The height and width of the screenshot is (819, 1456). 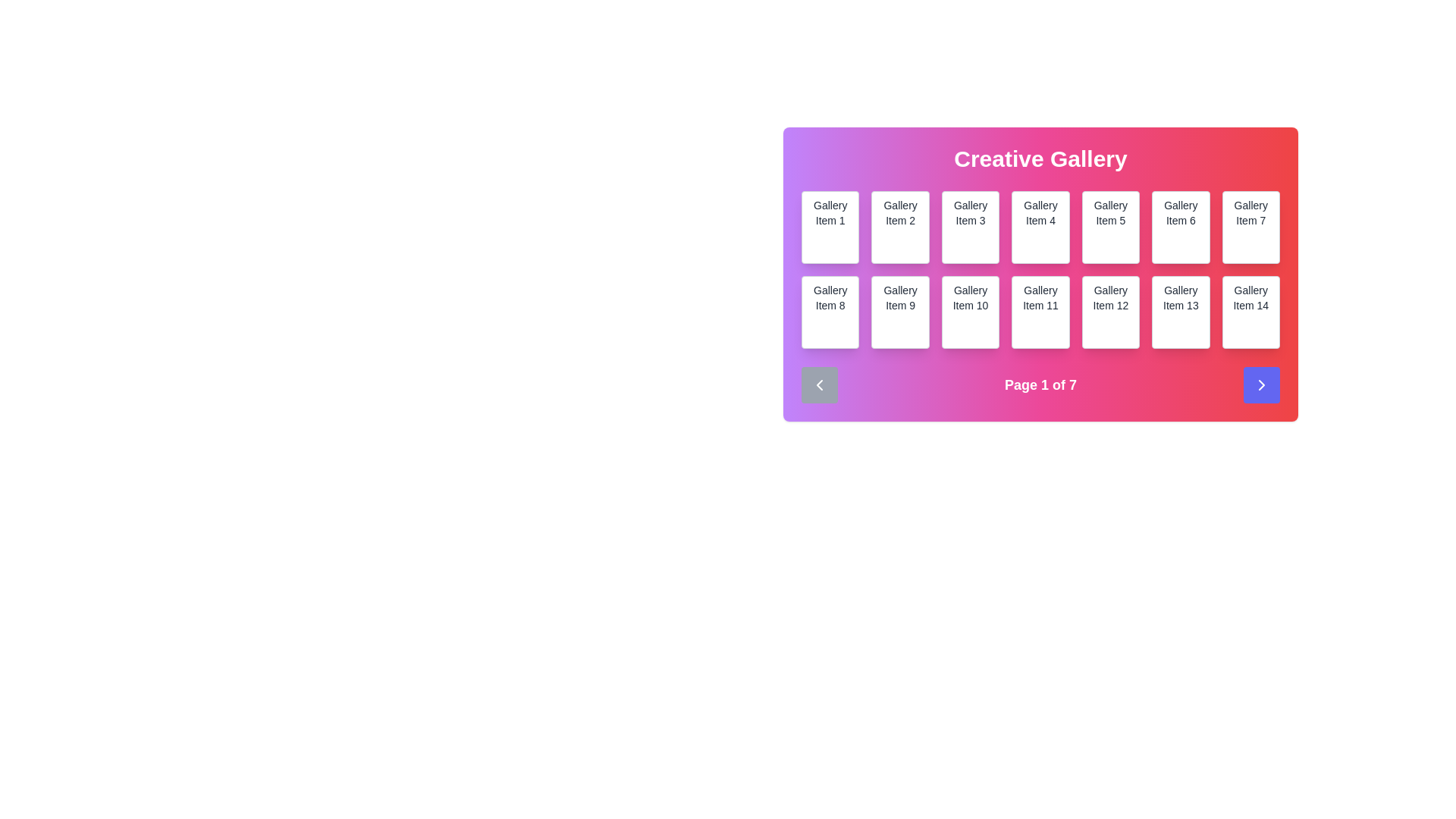 I want to click on the Display card labeled 'Gallery Item 11' in the 'Creative Gallery' section of the grid, so click(x=1040, y=275).